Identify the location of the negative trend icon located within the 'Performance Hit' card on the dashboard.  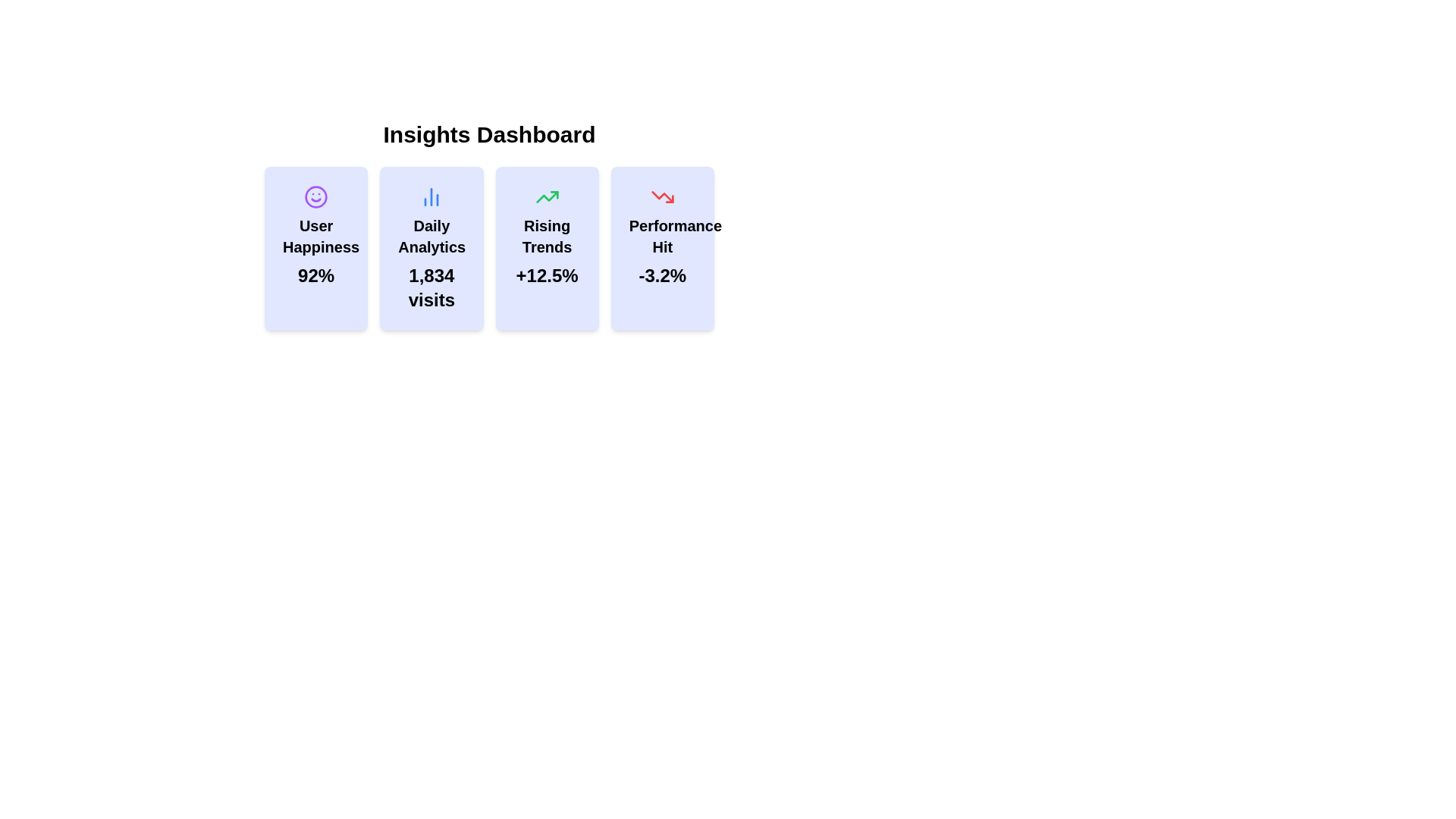
(662, 196).